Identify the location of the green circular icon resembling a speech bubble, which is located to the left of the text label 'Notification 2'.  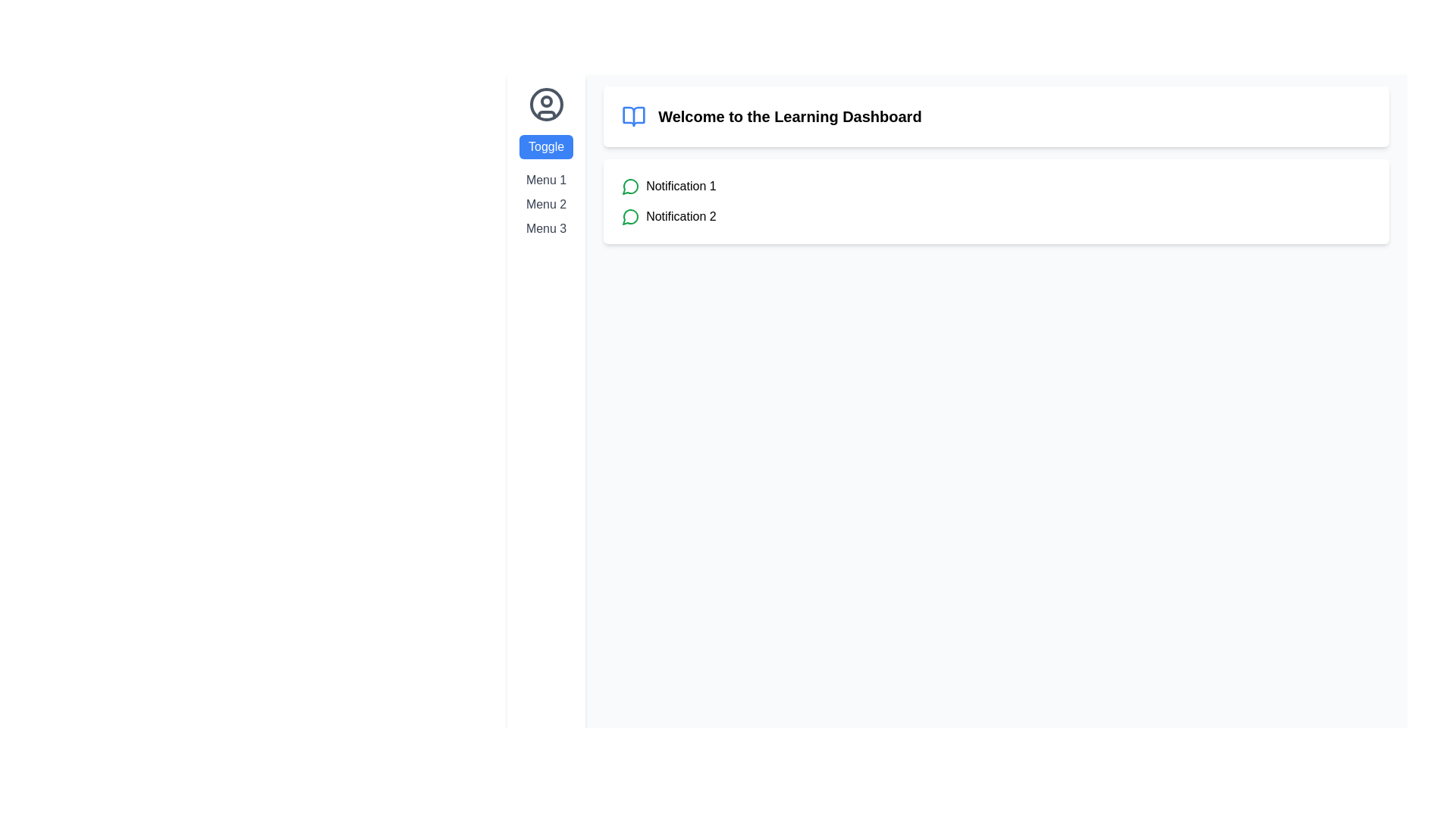
(631, 216).